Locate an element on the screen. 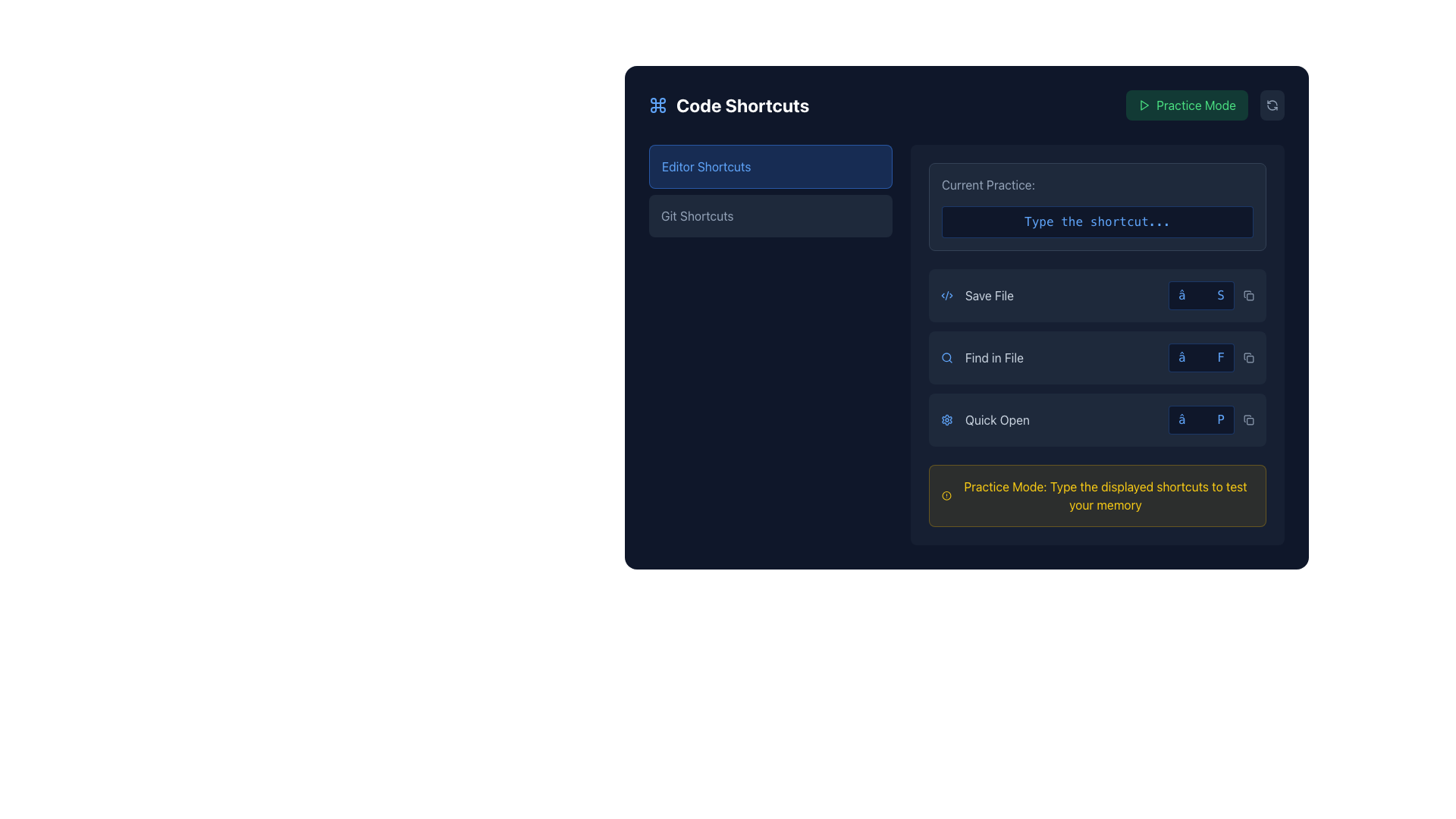 Image resolution: width=1456 pixels, height=819 pixels. the descriptive text label for the file search functionality, which is located between the 'Save File' and 'Quick Open' options in the list of shortcut commands is located at coordinates (994, 357).